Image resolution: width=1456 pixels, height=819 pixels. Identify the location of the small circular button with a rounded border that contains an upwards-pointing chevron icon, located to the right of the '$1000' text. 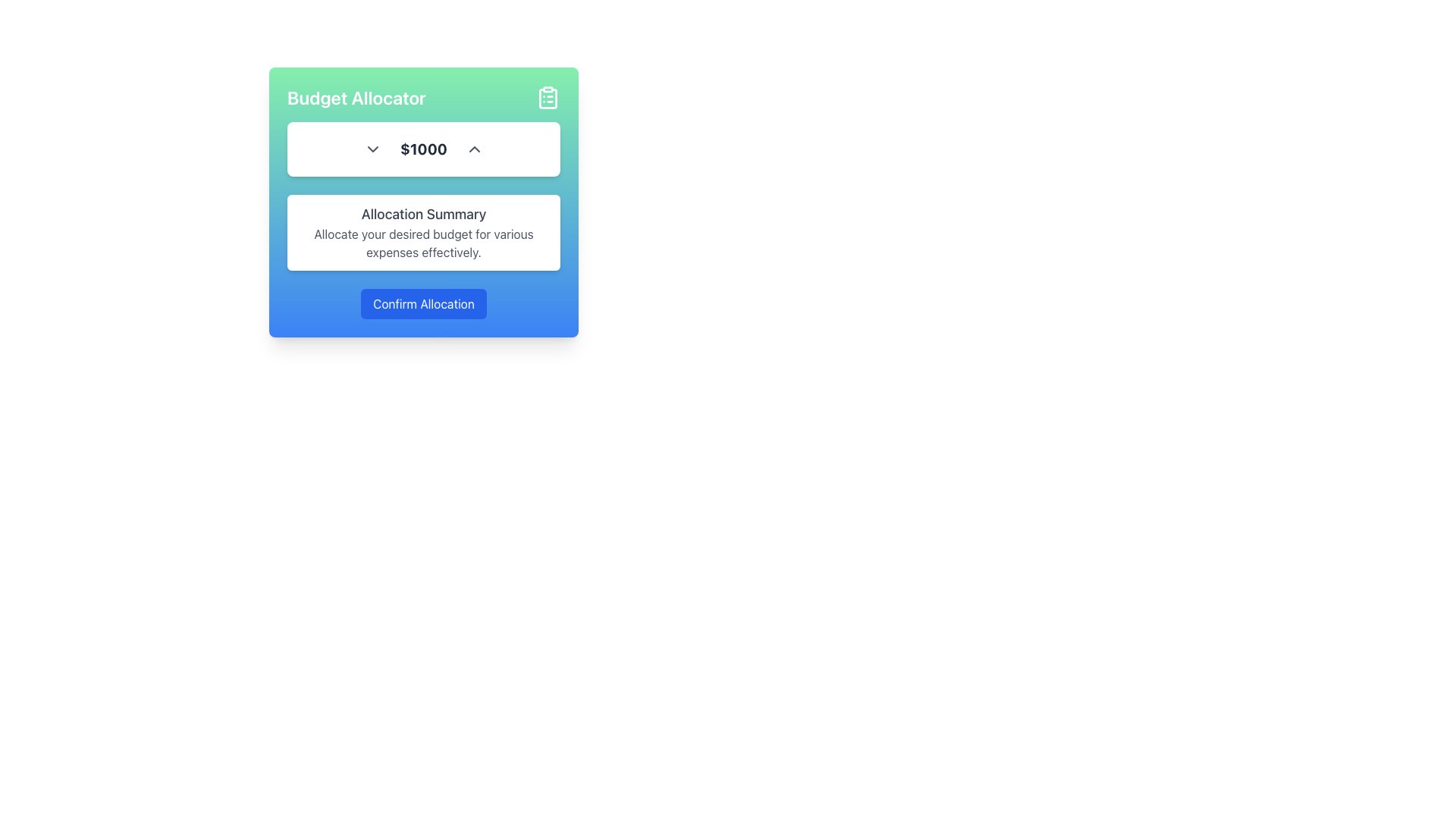
(473, 149).